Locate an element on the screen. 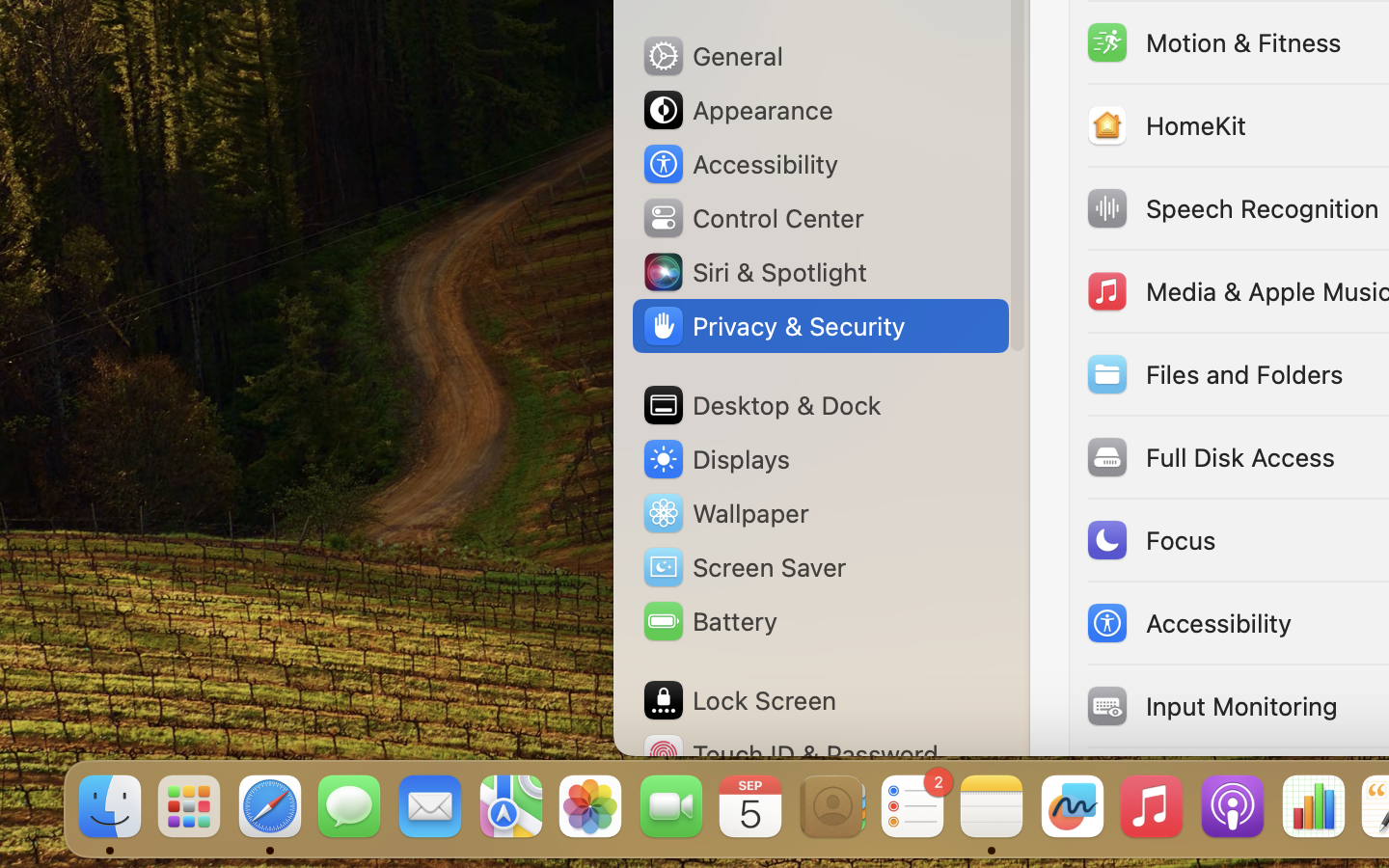 This screenshot has width=1389, height=868. 'Wallpaper' is located at coordinates (722, 511).